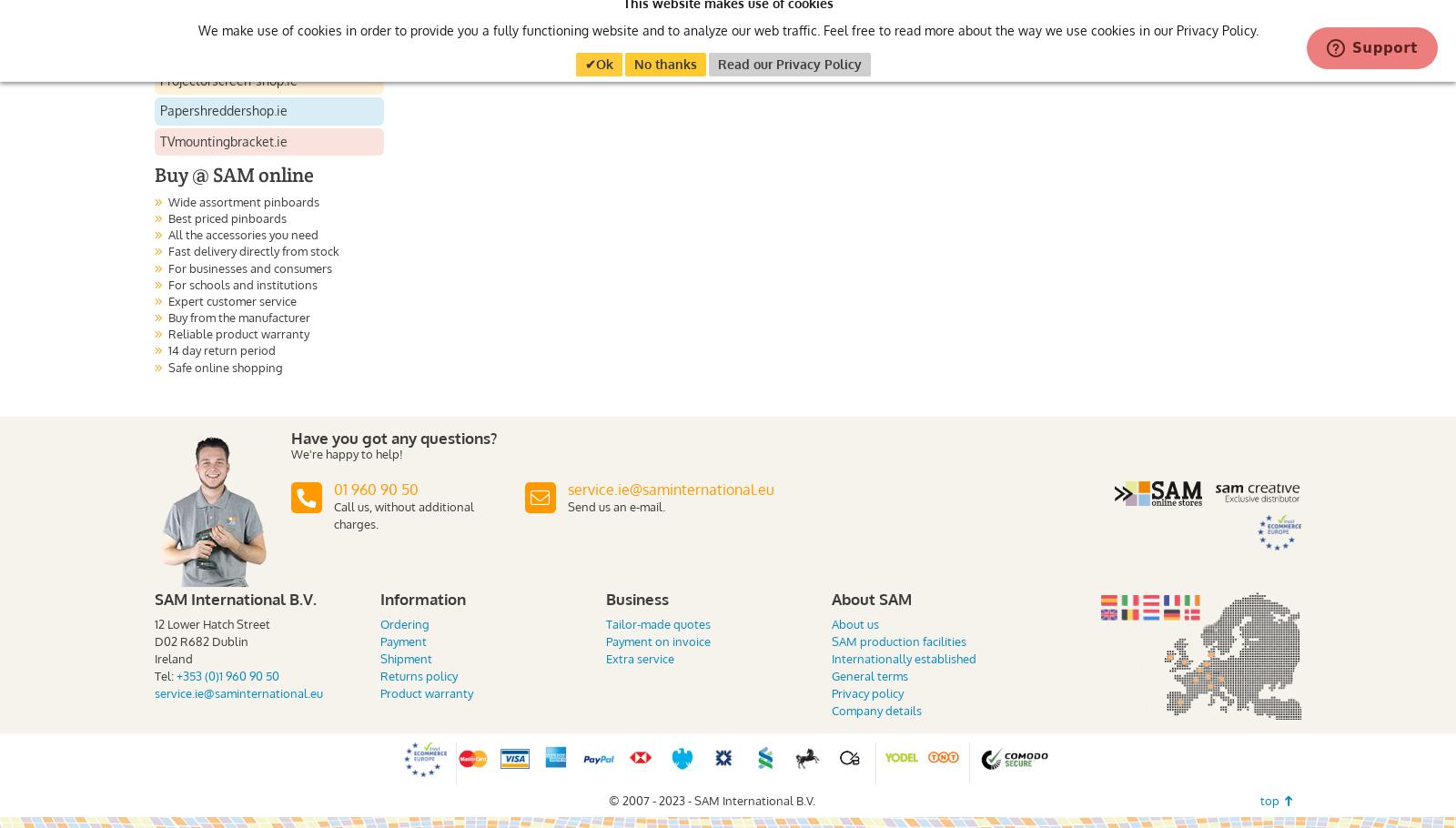 Image resolution: width=1456 pixels, height=828 pixels. What do you see at coordinates (173, 656) in the screenshot?
I see `'Ireland'` at bounding box center [173, 656].